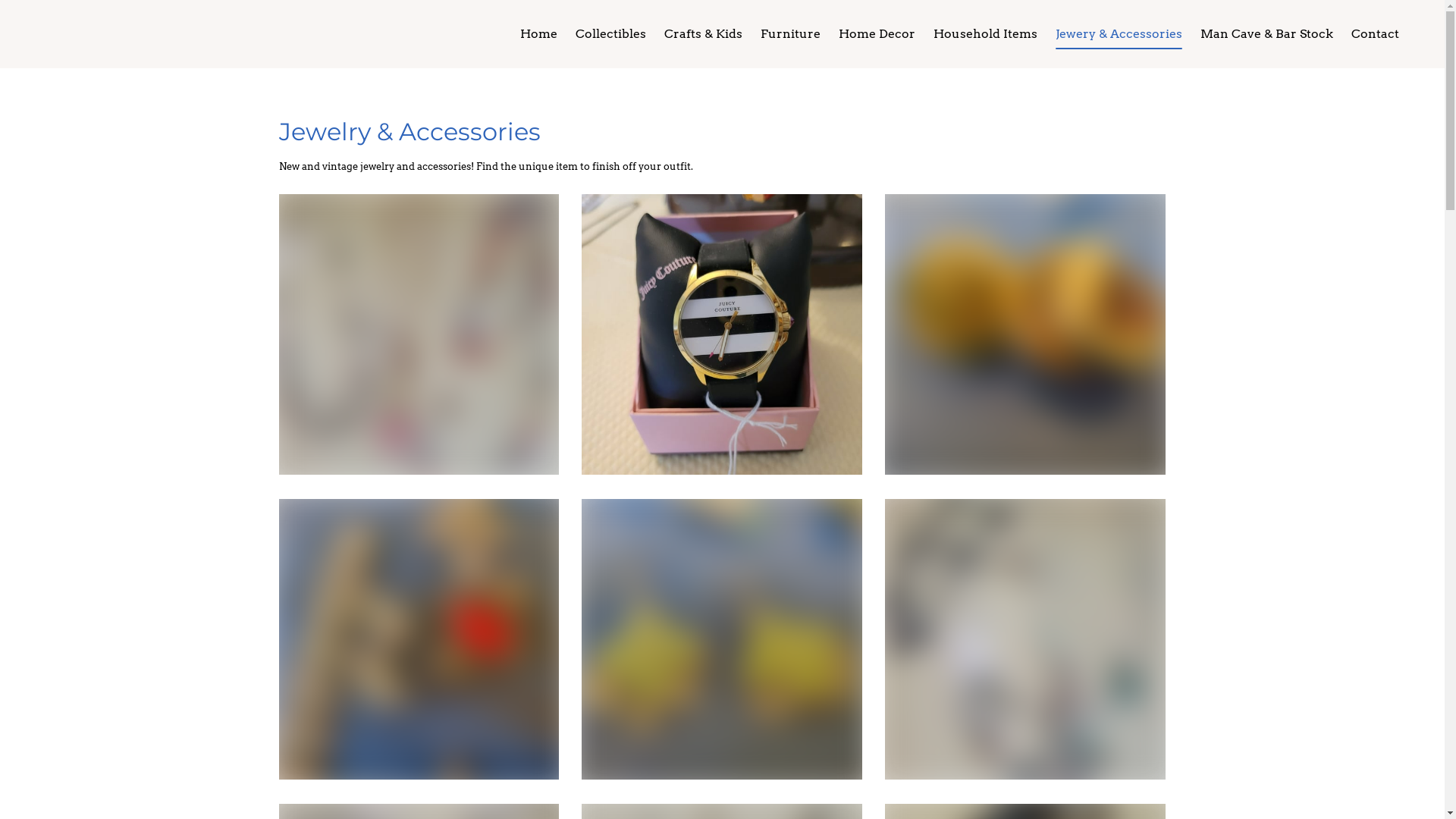 The image size is (1456, 819). What do you see at coordinates (1046, 34) in the screenshot?
I see `'Jewery & Accessories'` at bounding box center [1046, 34].